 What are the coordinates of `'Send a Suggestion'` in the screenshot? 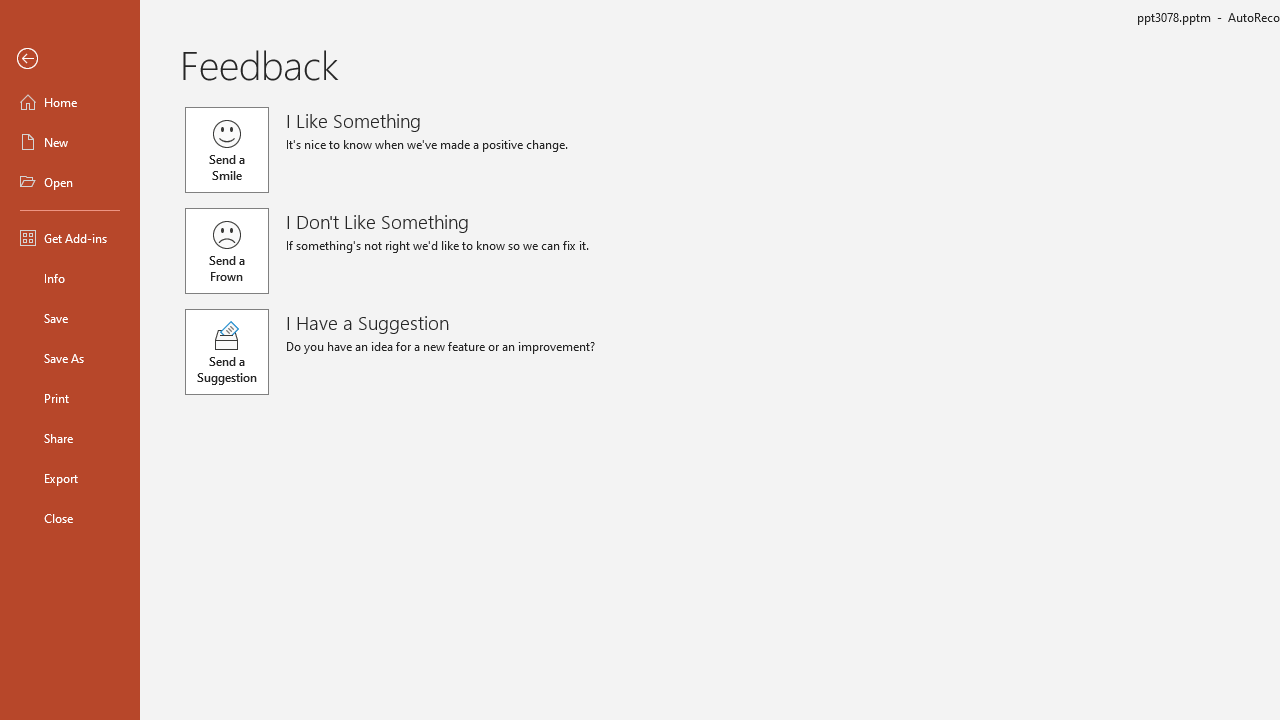 It's located at (227, 351).